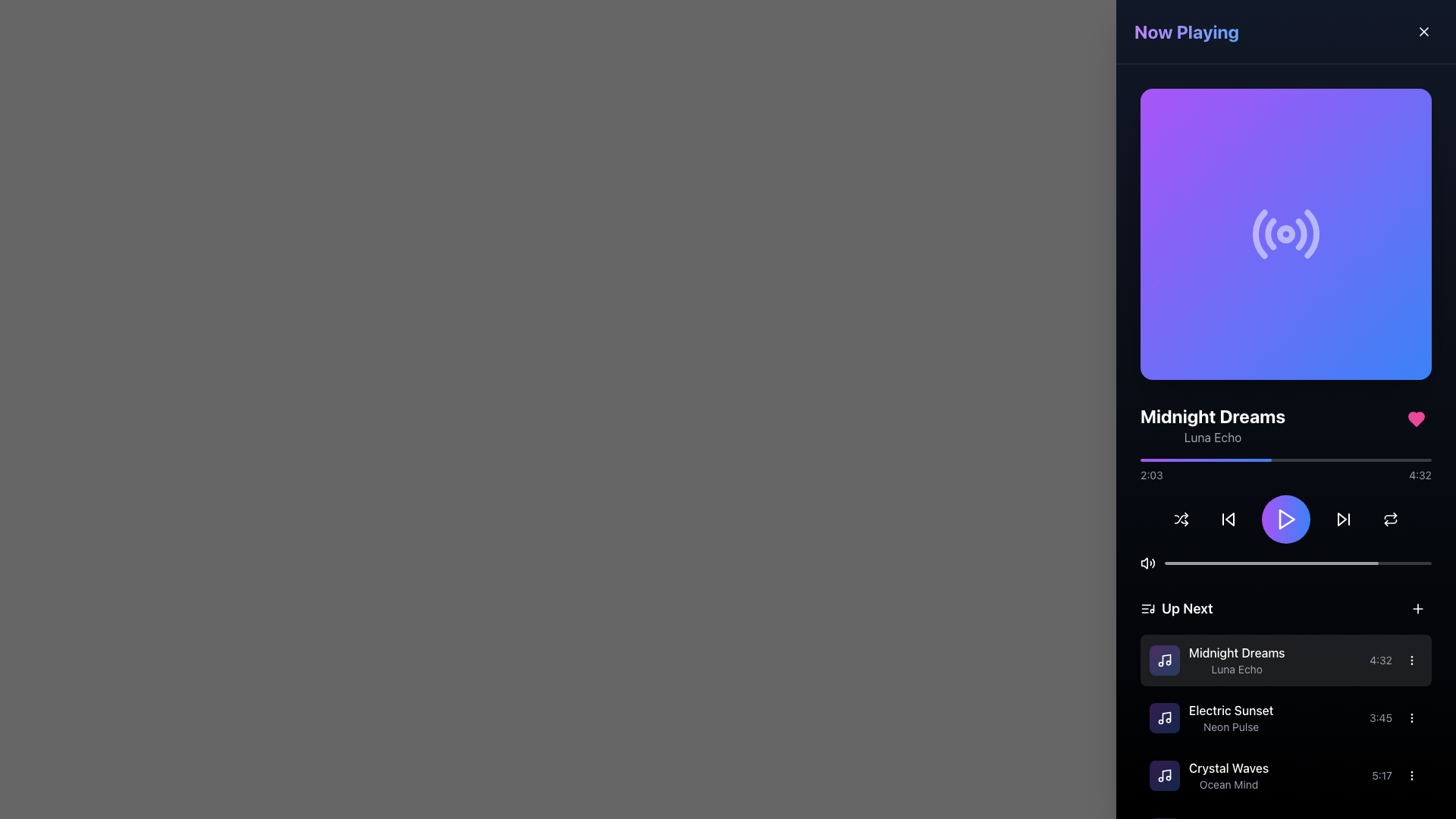 This screenshot has width=1456, height=819. Describe the element at coordinates (1308, 459) in the screenshot. I see `the audio progress` at that location.